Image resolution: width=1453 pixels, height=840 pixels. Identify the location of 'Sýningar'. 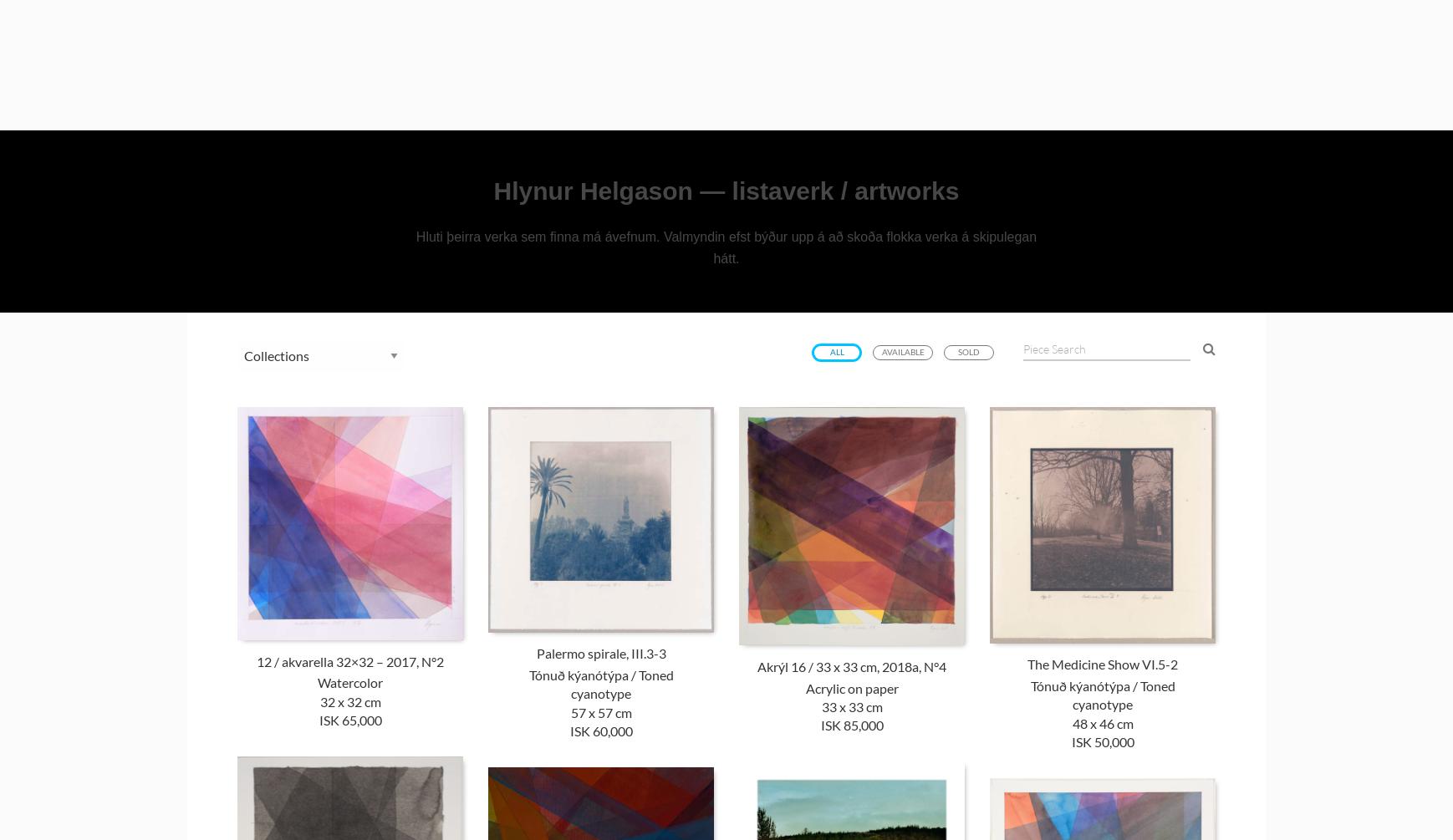
(1091, 73).